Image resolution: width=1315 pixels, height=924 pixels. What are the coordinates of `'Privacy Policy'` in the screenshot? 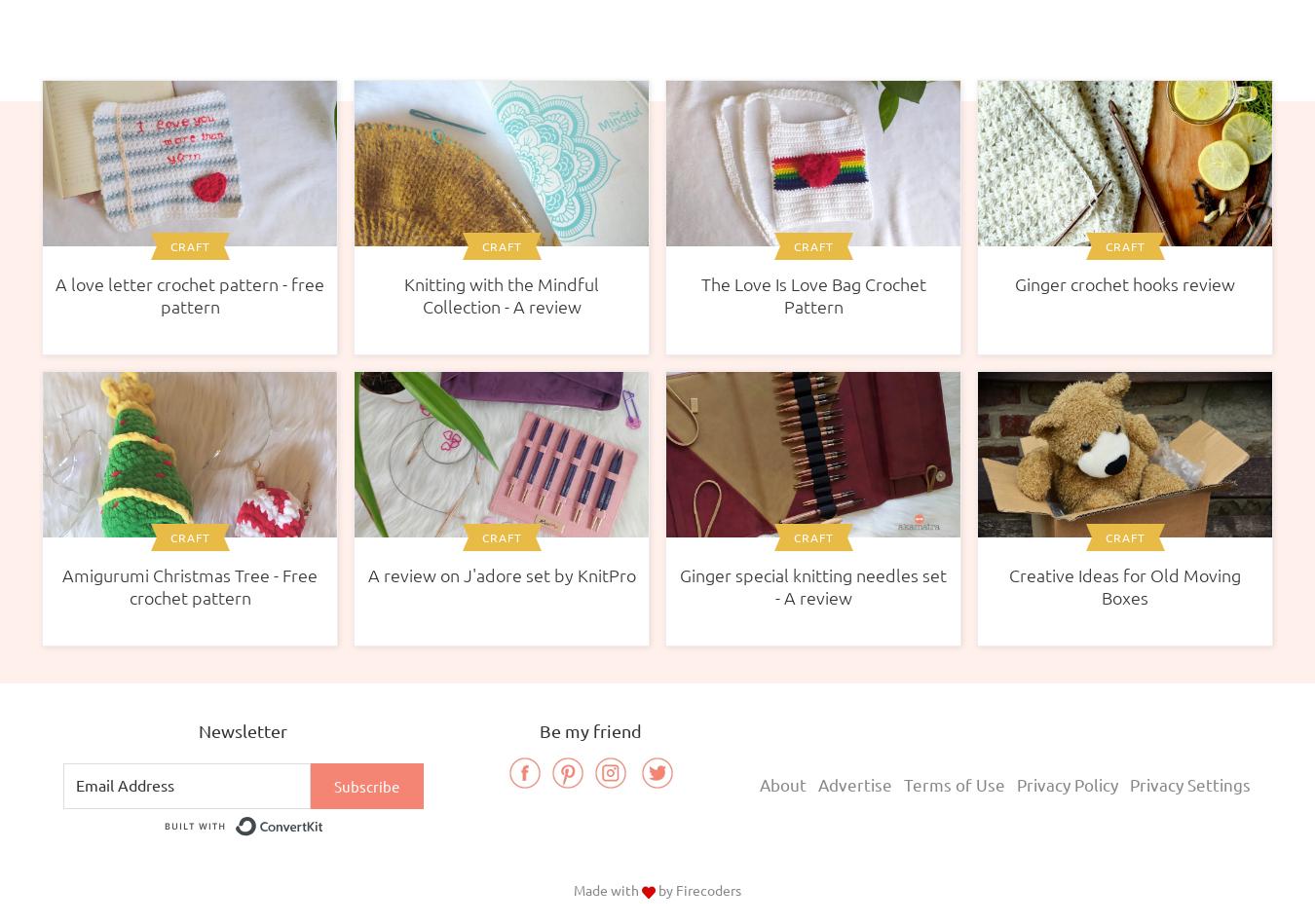 It's located at (1068, 783).